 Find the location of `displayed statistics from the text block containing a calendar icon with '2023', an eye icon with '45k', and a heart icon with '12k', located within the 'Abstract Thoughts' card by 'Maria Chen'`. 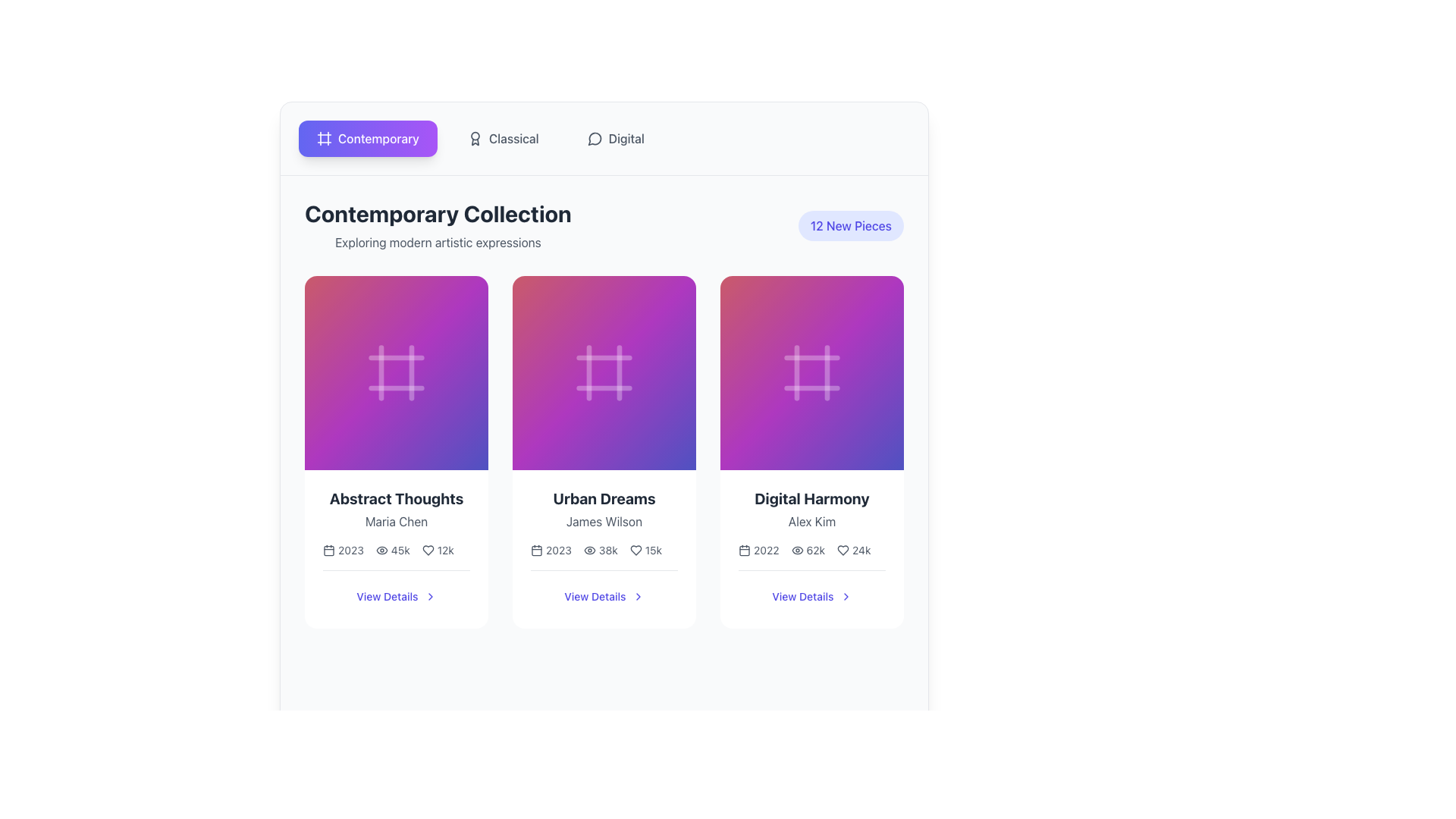

displayed statistics from the text block containing a calendar icon with '2023', an eye icon with '45k', and a heart icon with '12k', located within the 'Abstract Thoughts' card by 'Maria Chen' is located at coordinates (397, 550).